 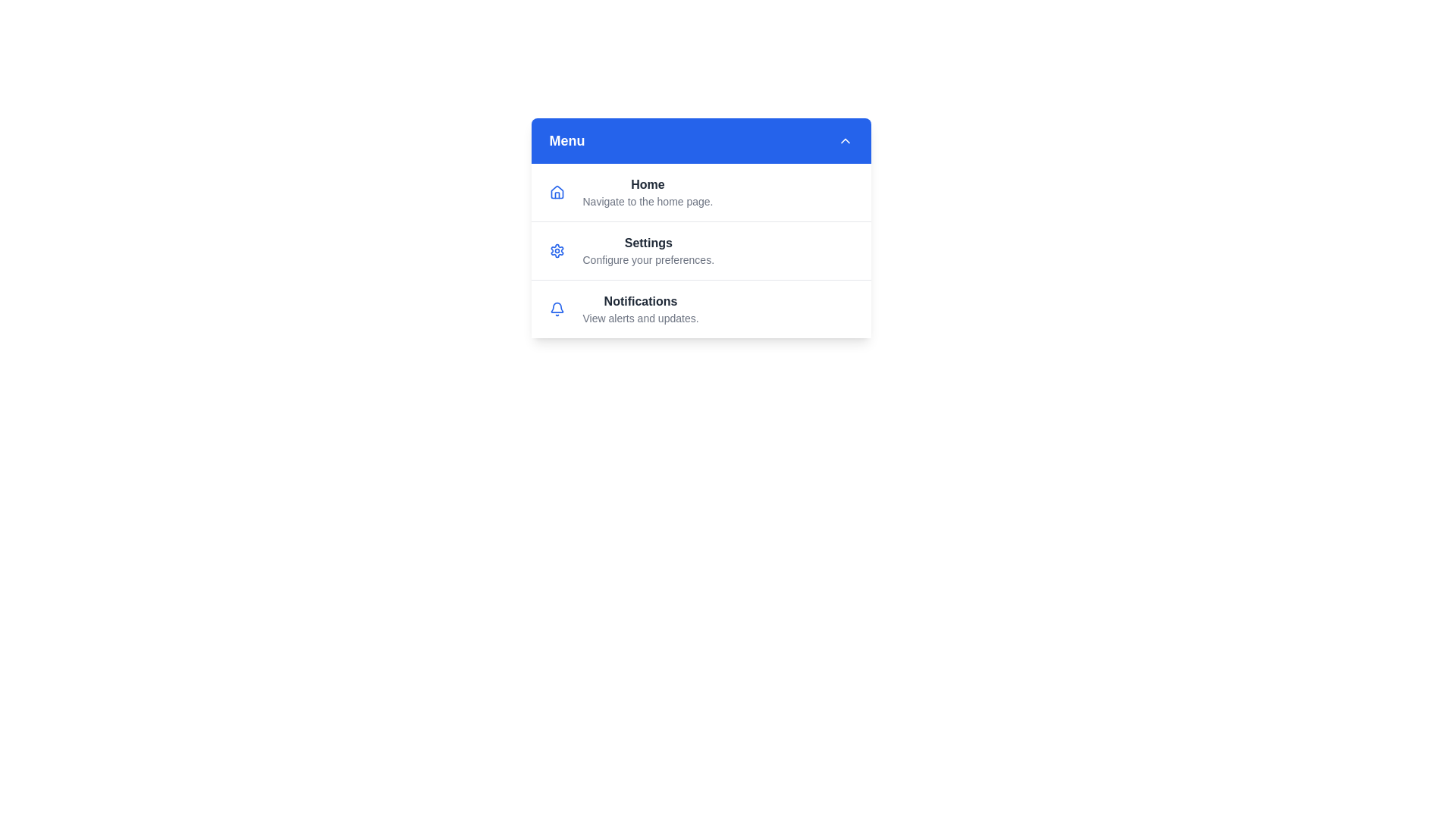 I want to click on the menu item Settings to see its hover effect, so click(x=700, y=249).